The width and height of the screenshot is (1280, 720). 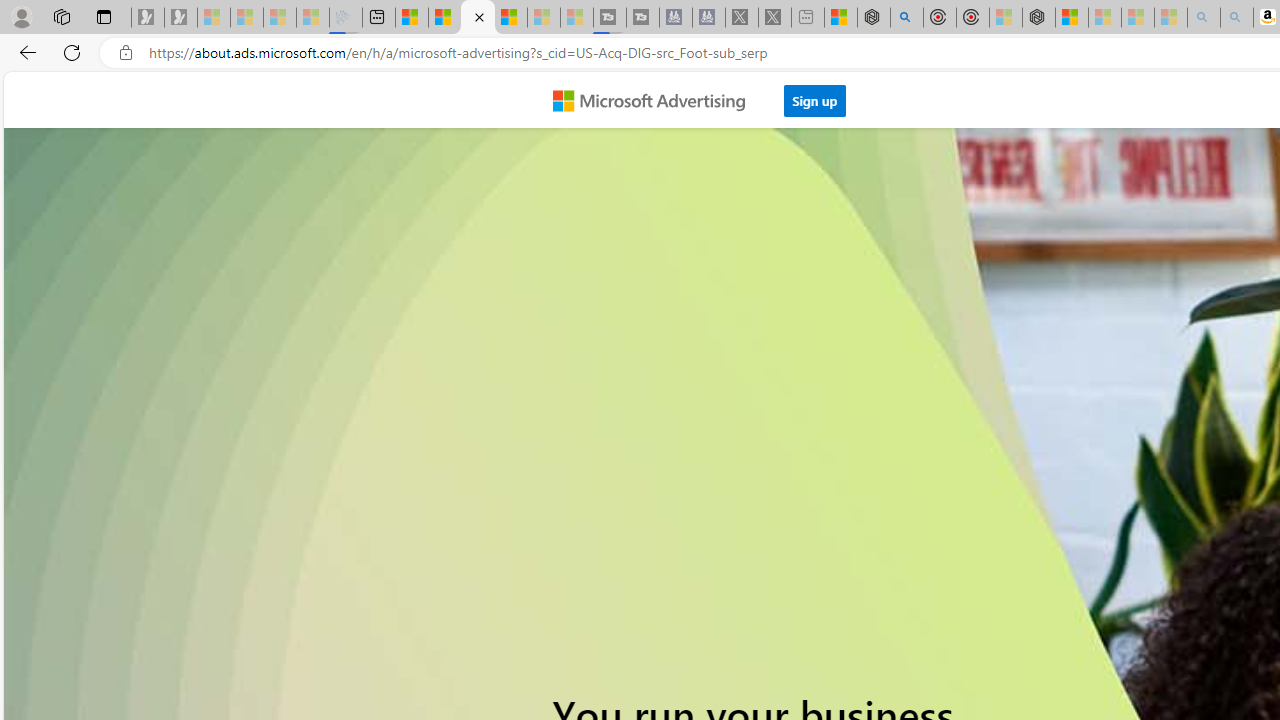 What do you see at coordinates (774, 17) in the screenshot?
I see `'X - Sleeping'` at bounding box center [774, 17].